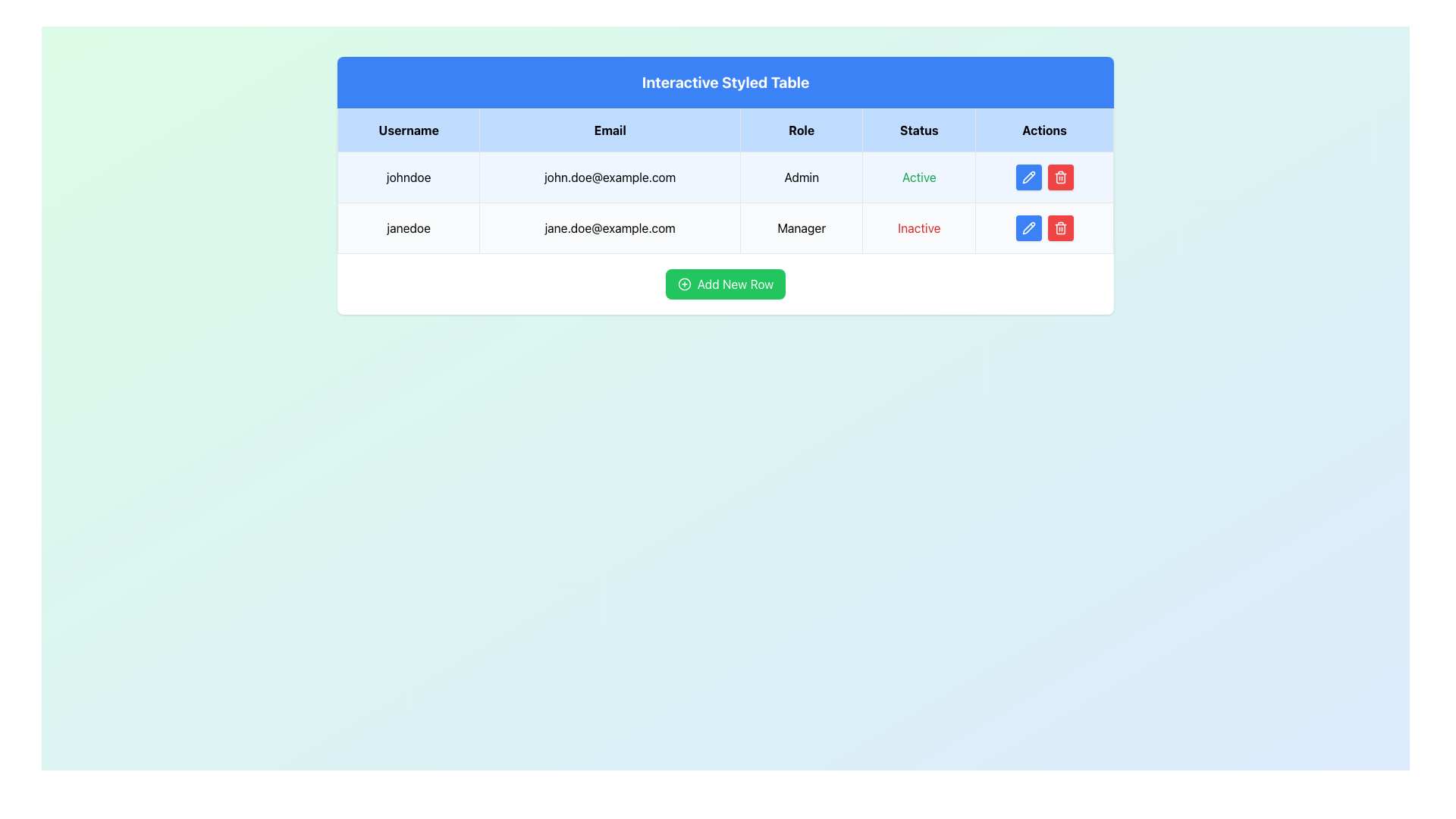 The height and width of the screenshot is (819, 1456). What do you see at coordinates (1028, 227) in the screenshot?
I see `the edit icon located in the 'Actions' column of the second row for user 'janedoe' to initiate the edit action` at bounding box center [1028, 227].